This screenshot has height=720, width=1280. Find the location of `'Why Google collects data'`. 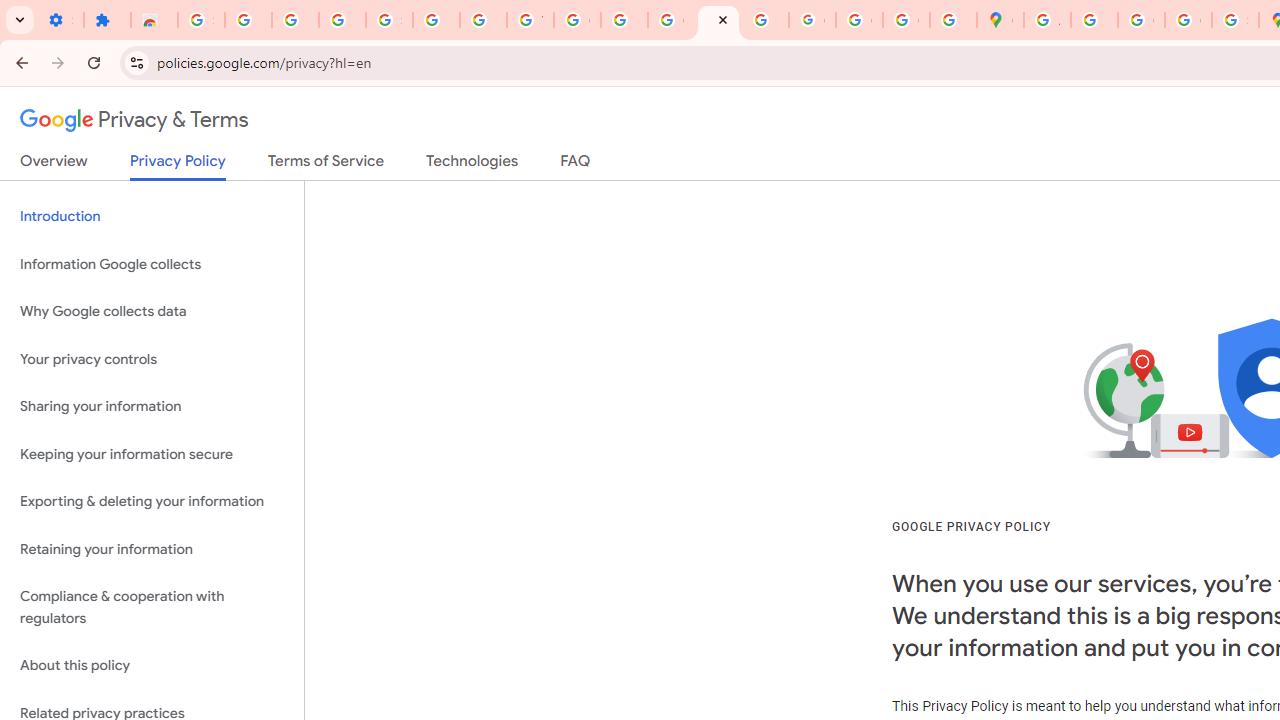

'Why Google collects data' is located at coordinates (151, 312).